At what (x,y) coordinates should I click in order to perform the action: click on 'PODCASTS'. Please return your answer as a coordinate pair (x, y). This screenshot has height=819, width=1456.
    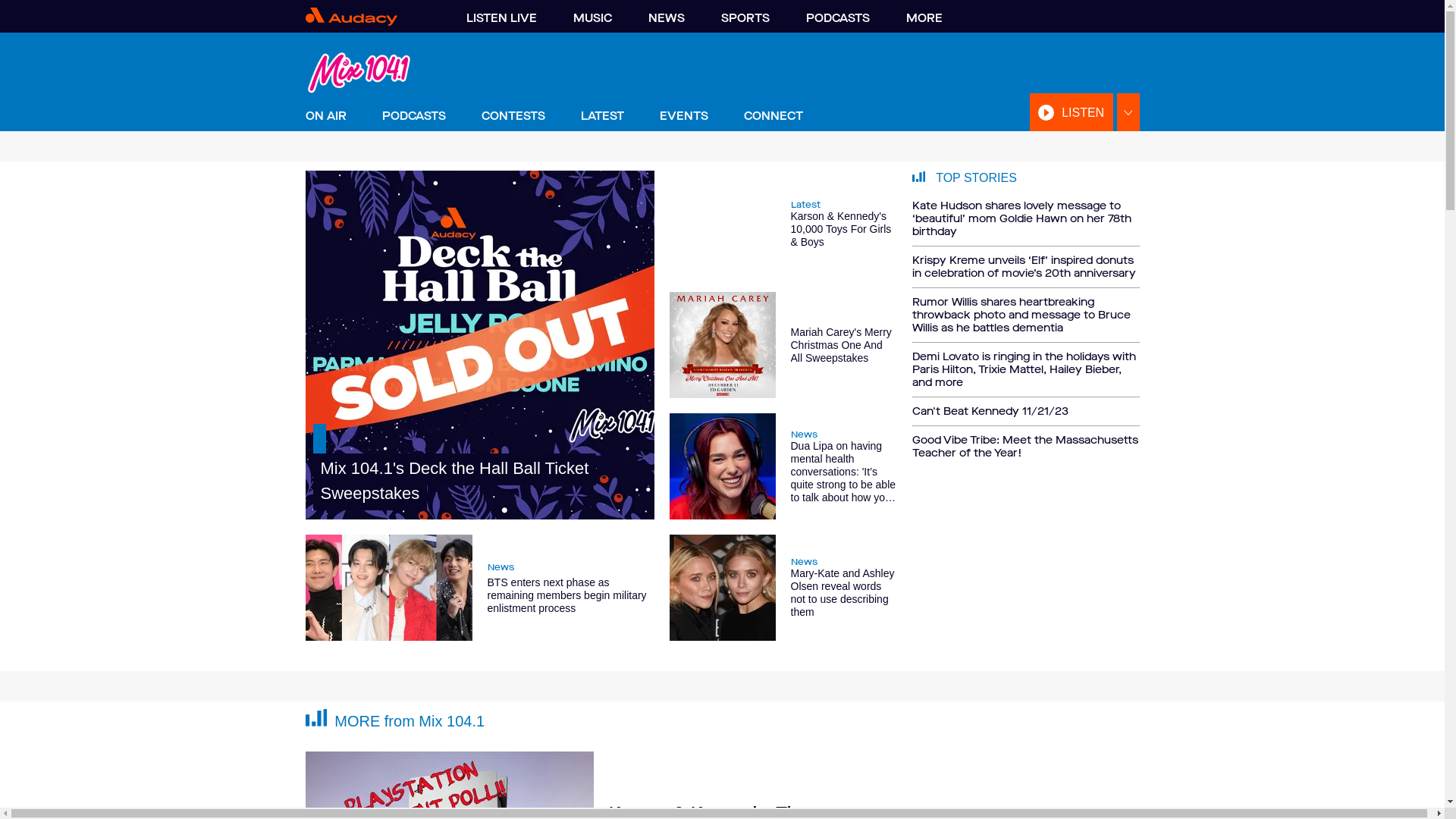
    Looking at the image, I should click on (836, 17).